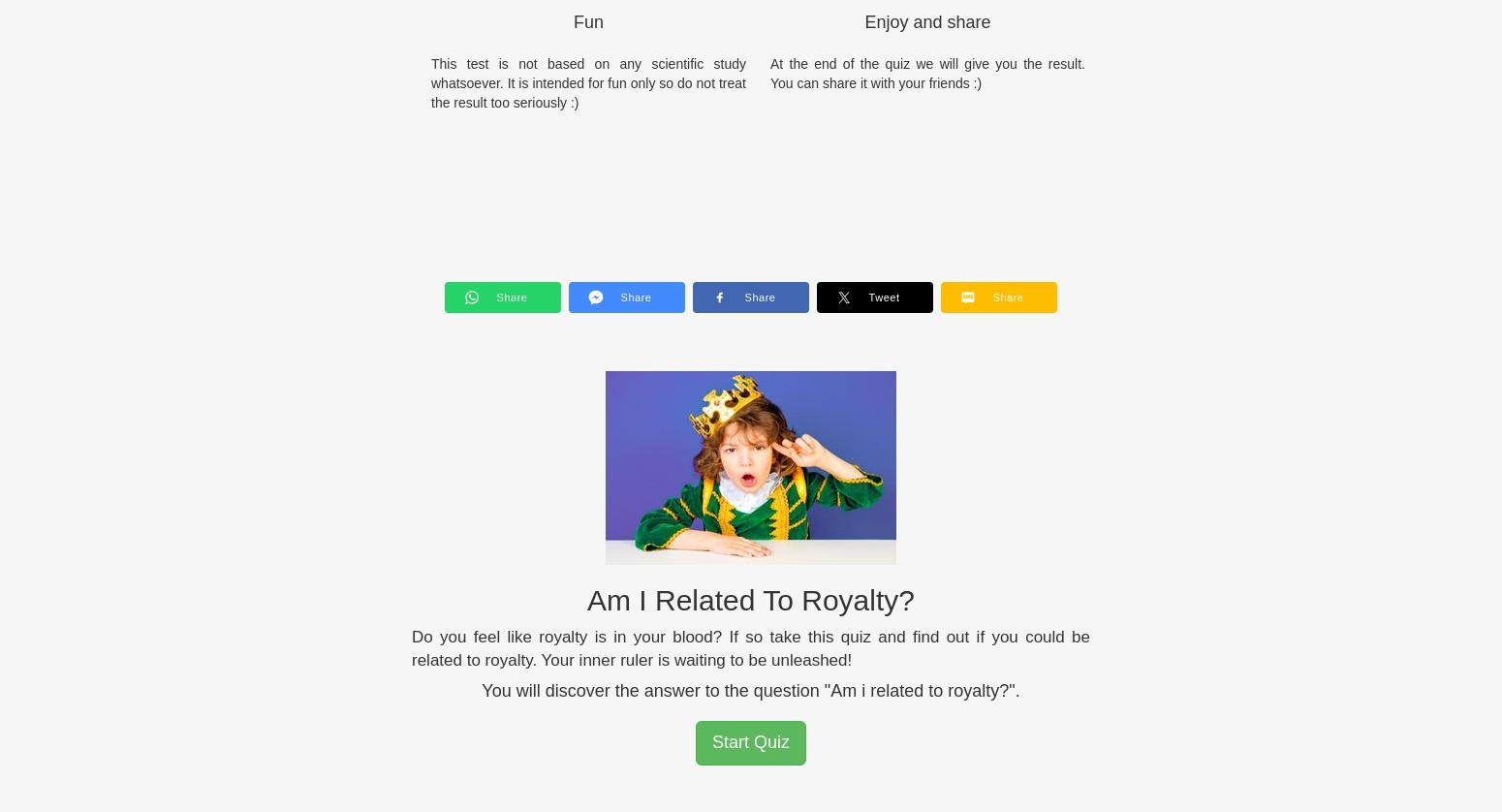  I want to click on 'At the end of the quiz we will give you the result. 
You can share it with your friends :)', so click(926, 73).